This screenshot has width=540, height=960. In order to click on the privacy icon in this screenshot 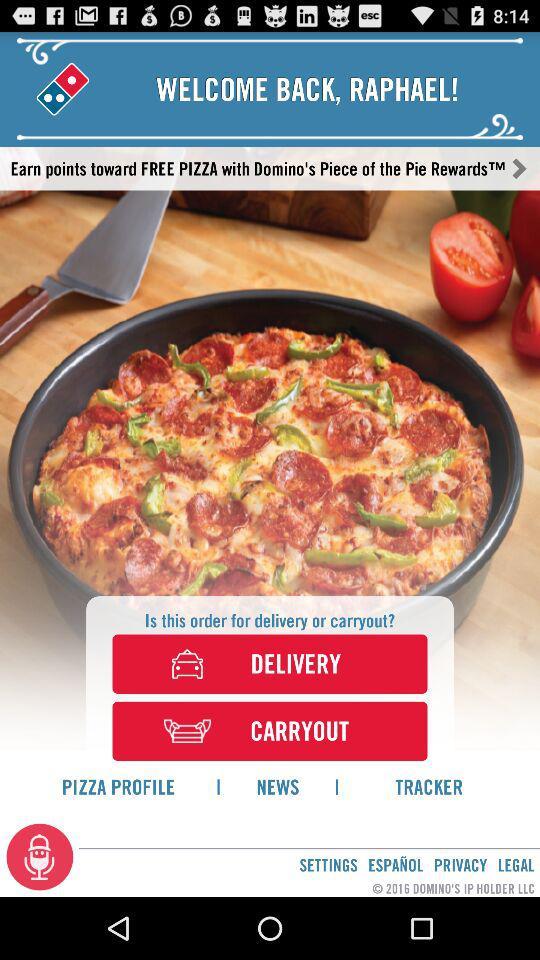, I will do `click(460, 864)`.